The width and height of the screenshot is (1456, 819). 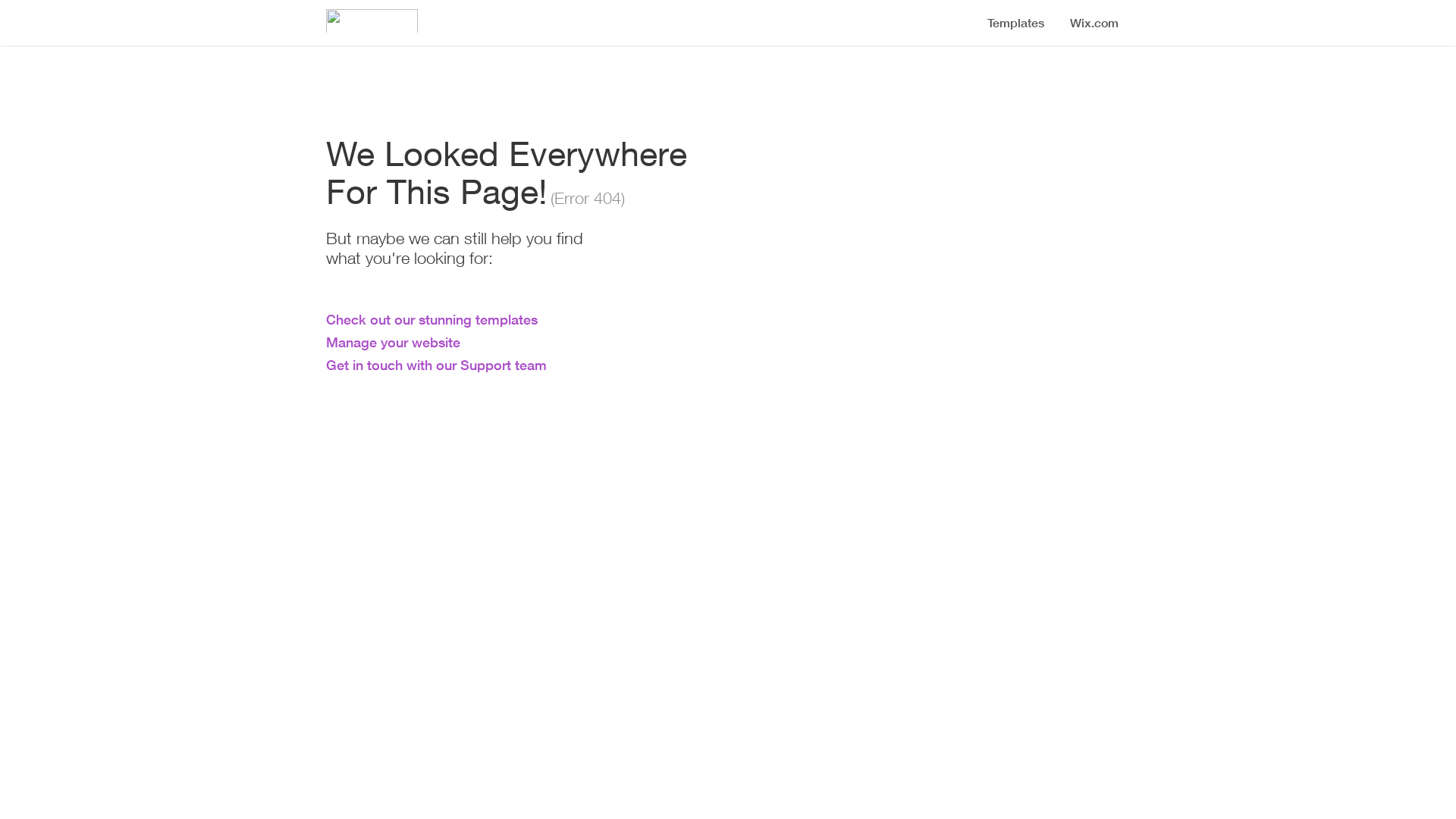 What do you see at coordinates (325, 342) in the screenshot?
I see `'Manage your website'` at bounding box center [325, 342].